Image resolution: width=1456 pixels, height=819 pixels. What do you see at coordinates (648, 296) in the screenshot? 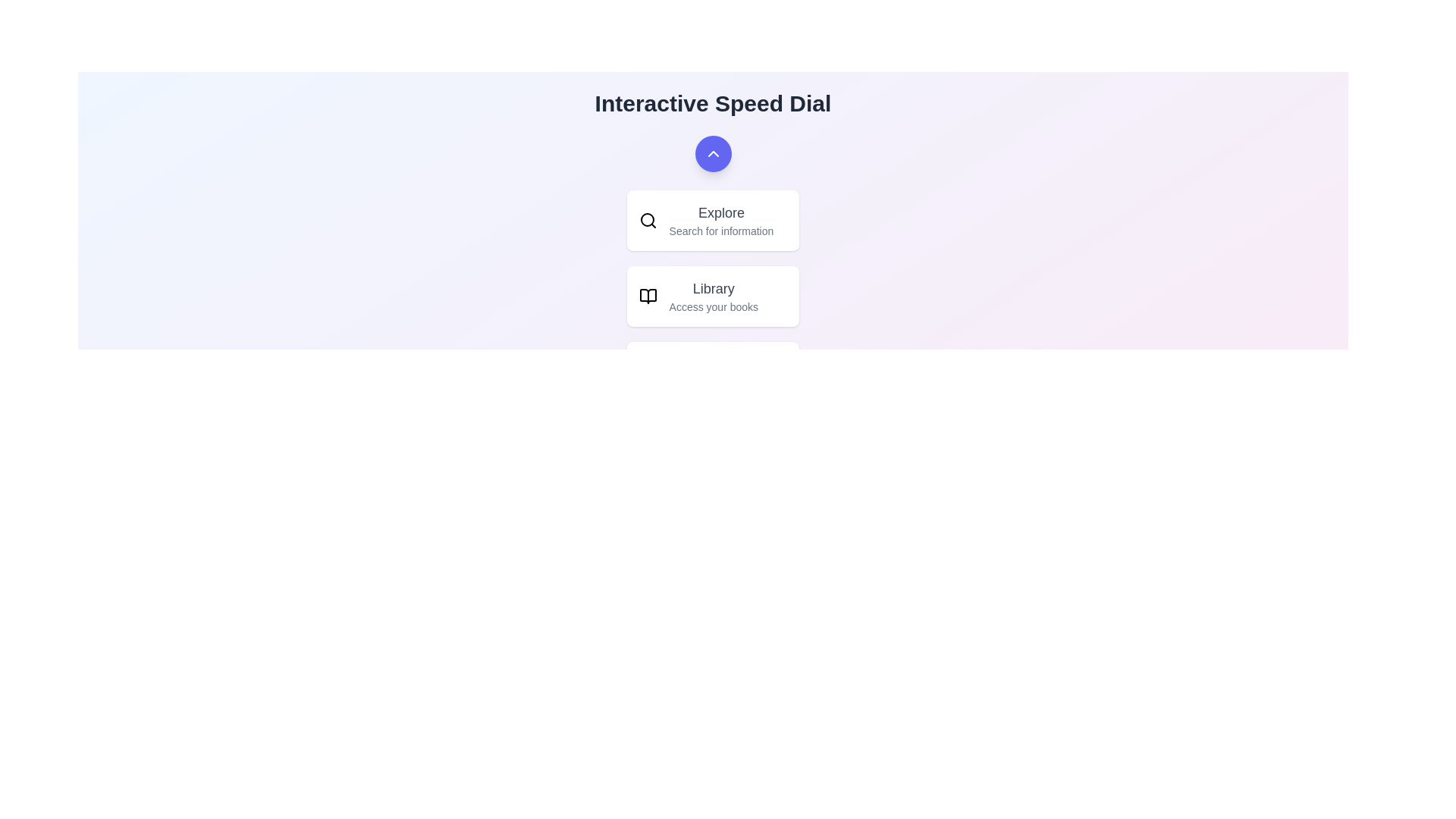
I see `the Library icon to observe its visual effect` at bounding box center [648, 296].